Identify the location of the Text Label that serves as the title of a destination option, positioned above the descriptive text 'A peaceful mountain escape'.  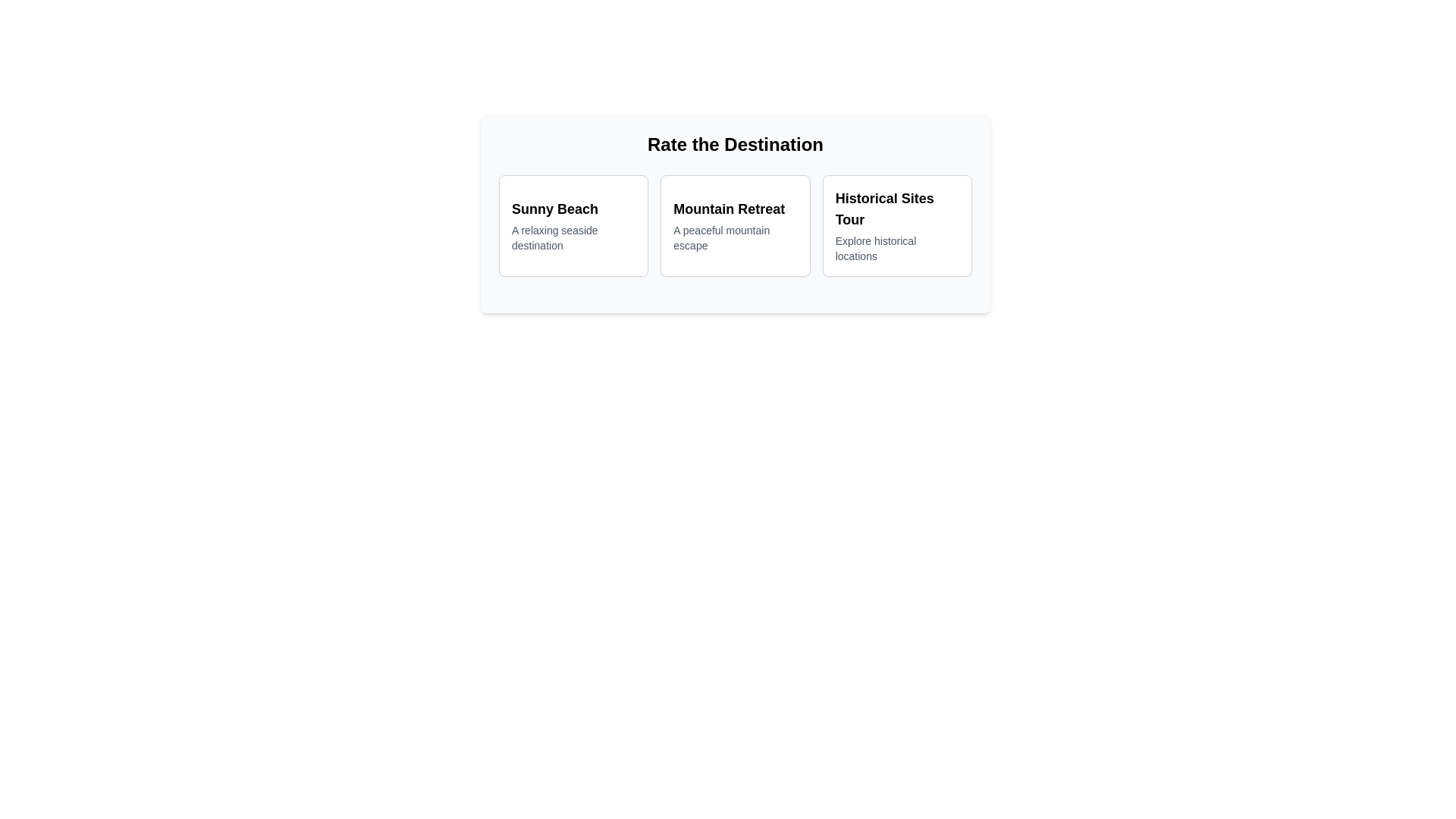
(735, 209).